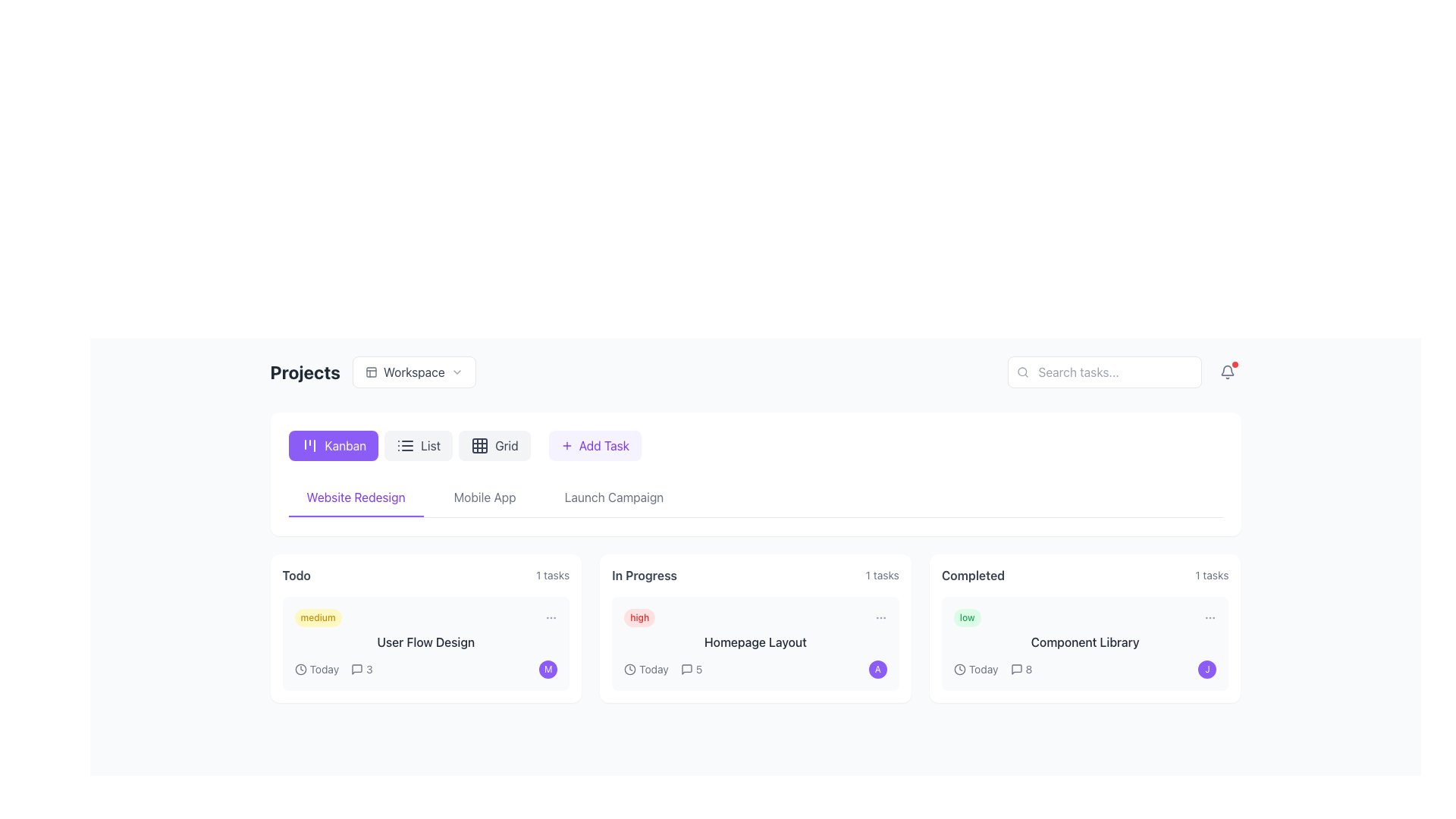  I want to click on the small rounded badge with a red background and white text that displays 'high', located in the 'In Progress' column near the top left corner of the 'Homepage Layout' card, so click(639, 617).